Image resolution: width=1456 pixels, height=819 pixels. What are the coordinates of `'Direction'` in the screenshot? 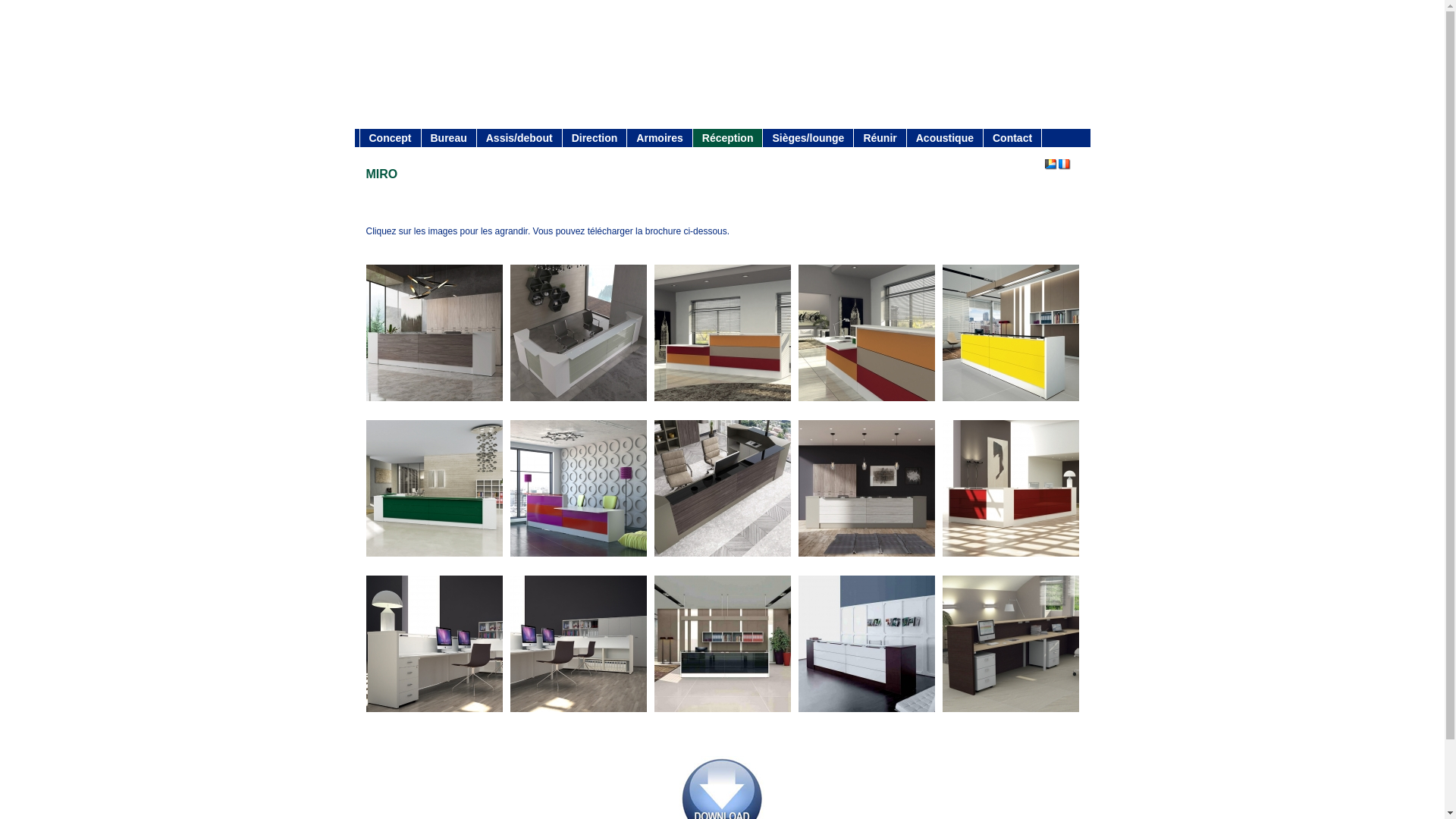 It's located at (593, 137).